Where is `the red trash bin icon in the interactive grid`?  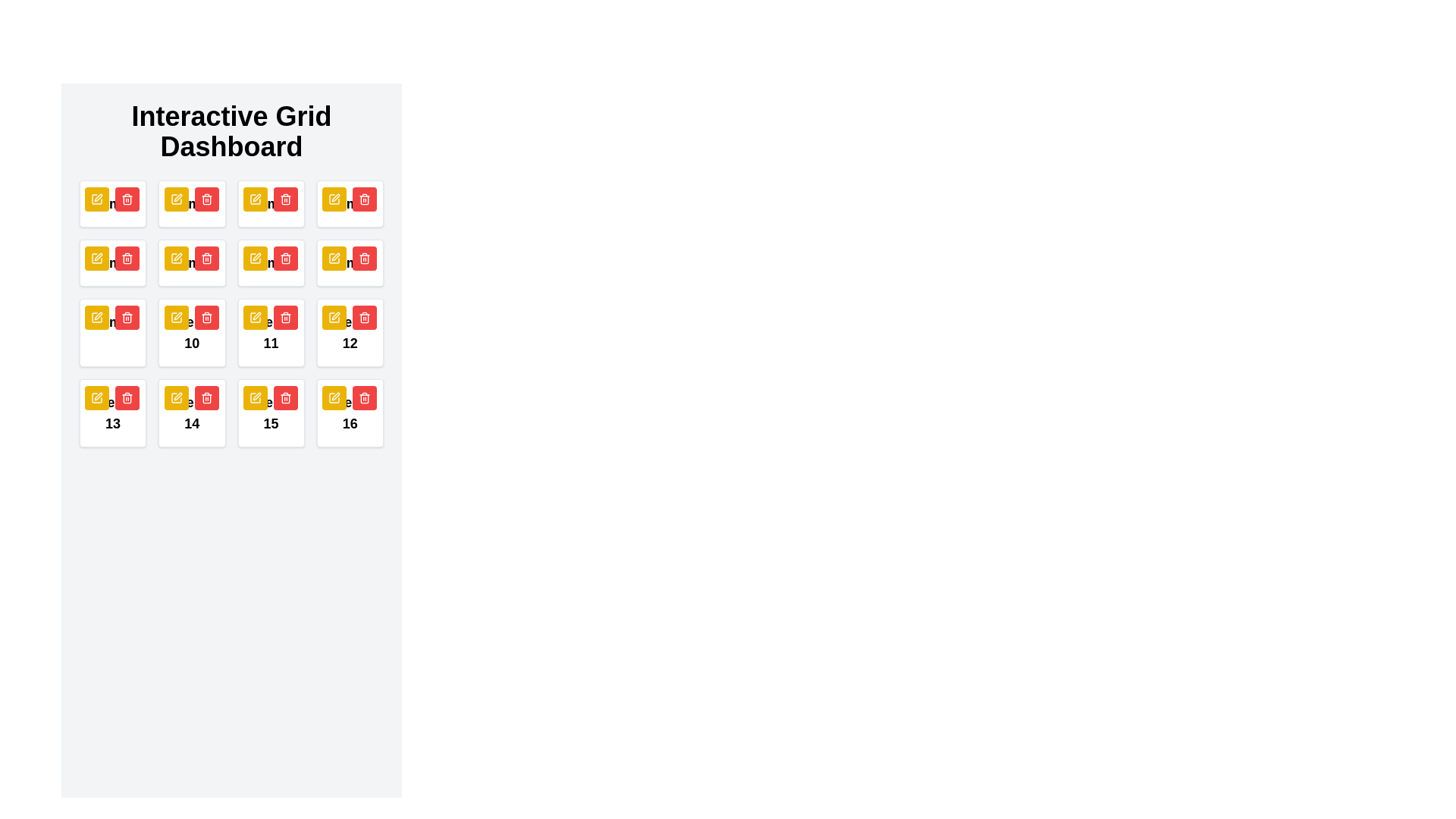 the red trash bin icon in the interactive grid is located at coordinates (285, 198).